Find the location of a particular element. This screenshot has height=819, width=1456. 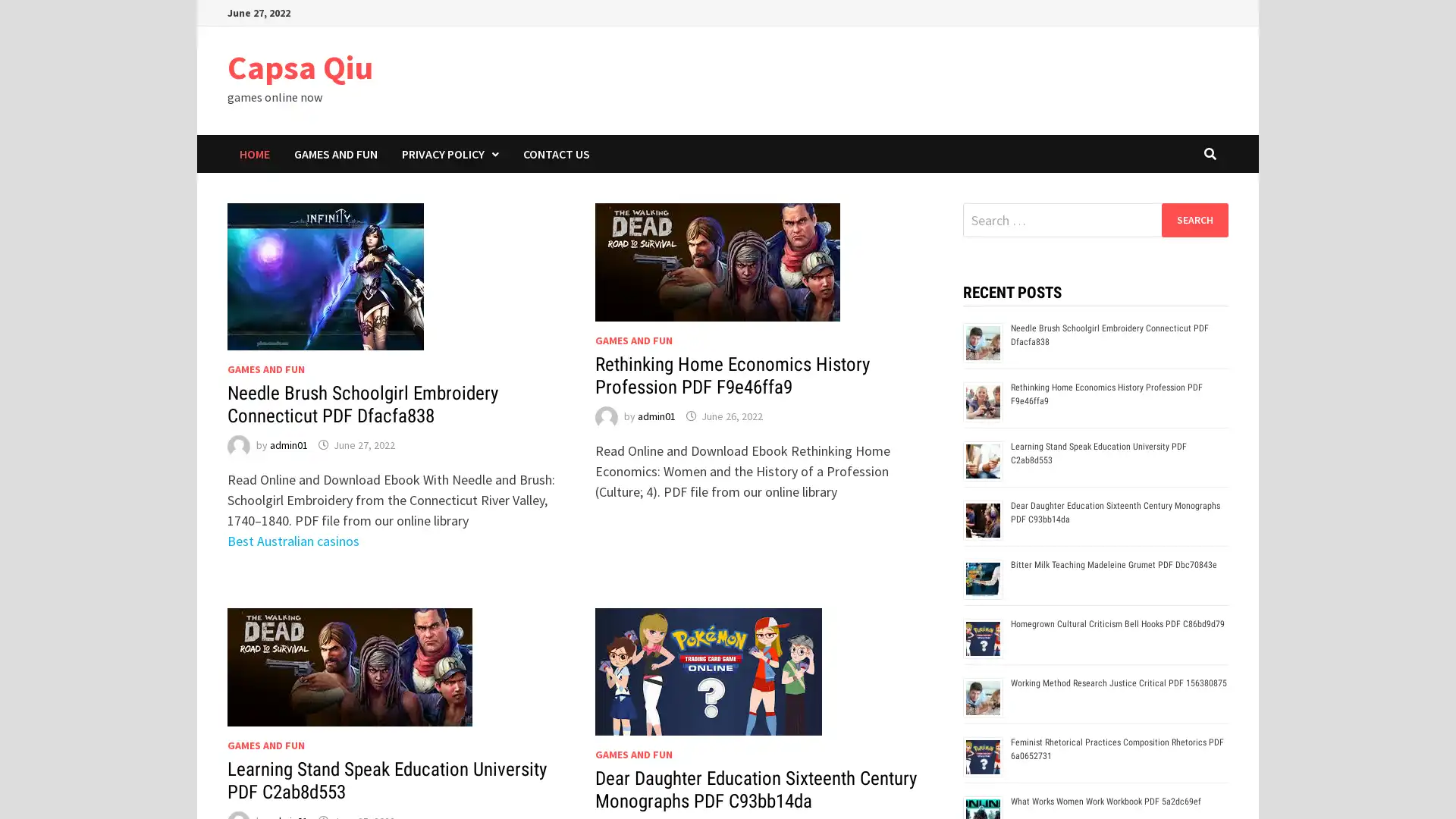

Search is located at coordinates (1194, 219).